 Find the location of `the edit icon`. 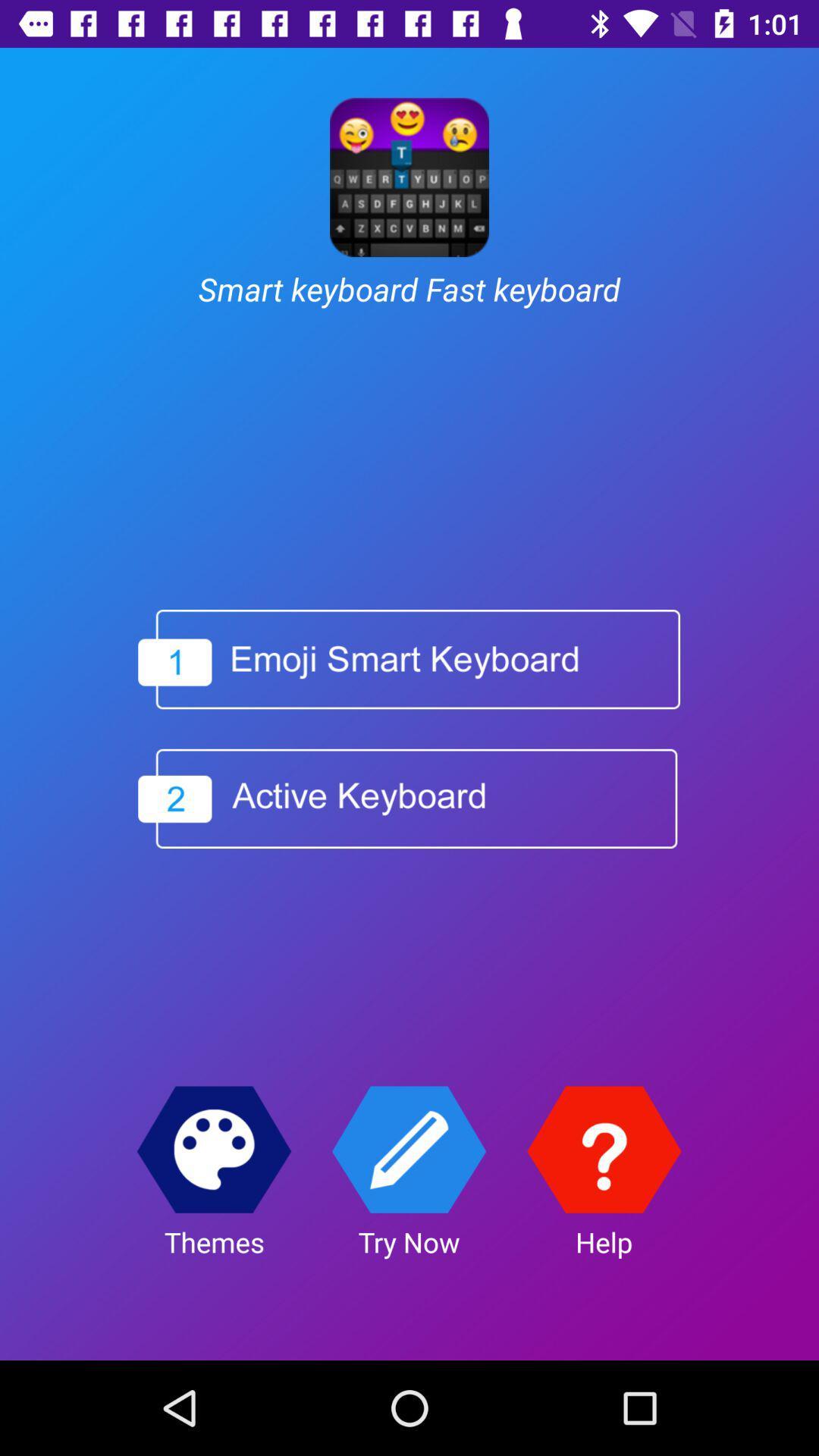

the edit icon is located at coordinates (408, 1150).